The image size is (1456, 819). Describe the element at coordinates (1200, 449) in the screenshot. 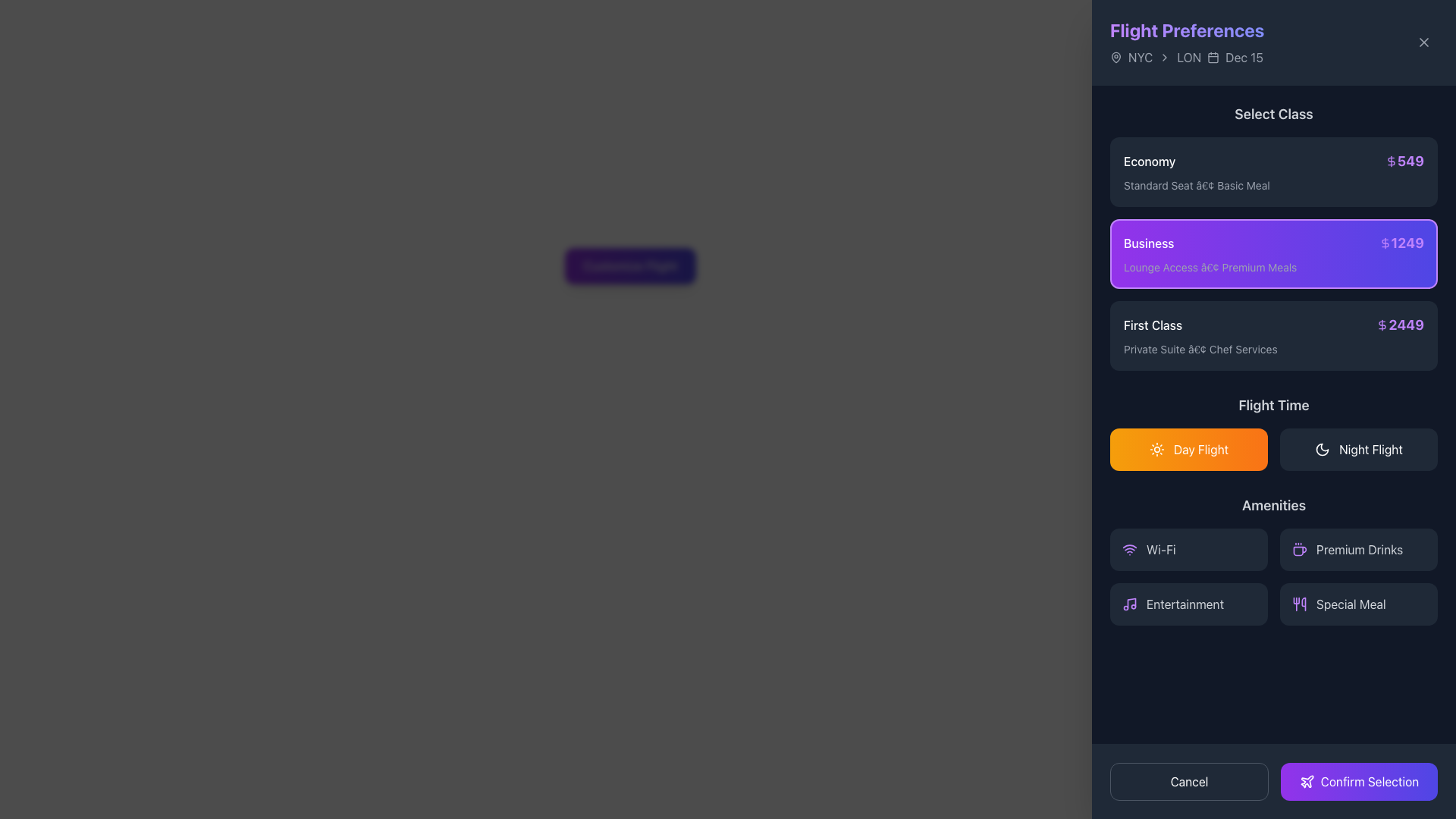

I see `the 'Day Flight' button in the 'Flight Time' section` at that location.